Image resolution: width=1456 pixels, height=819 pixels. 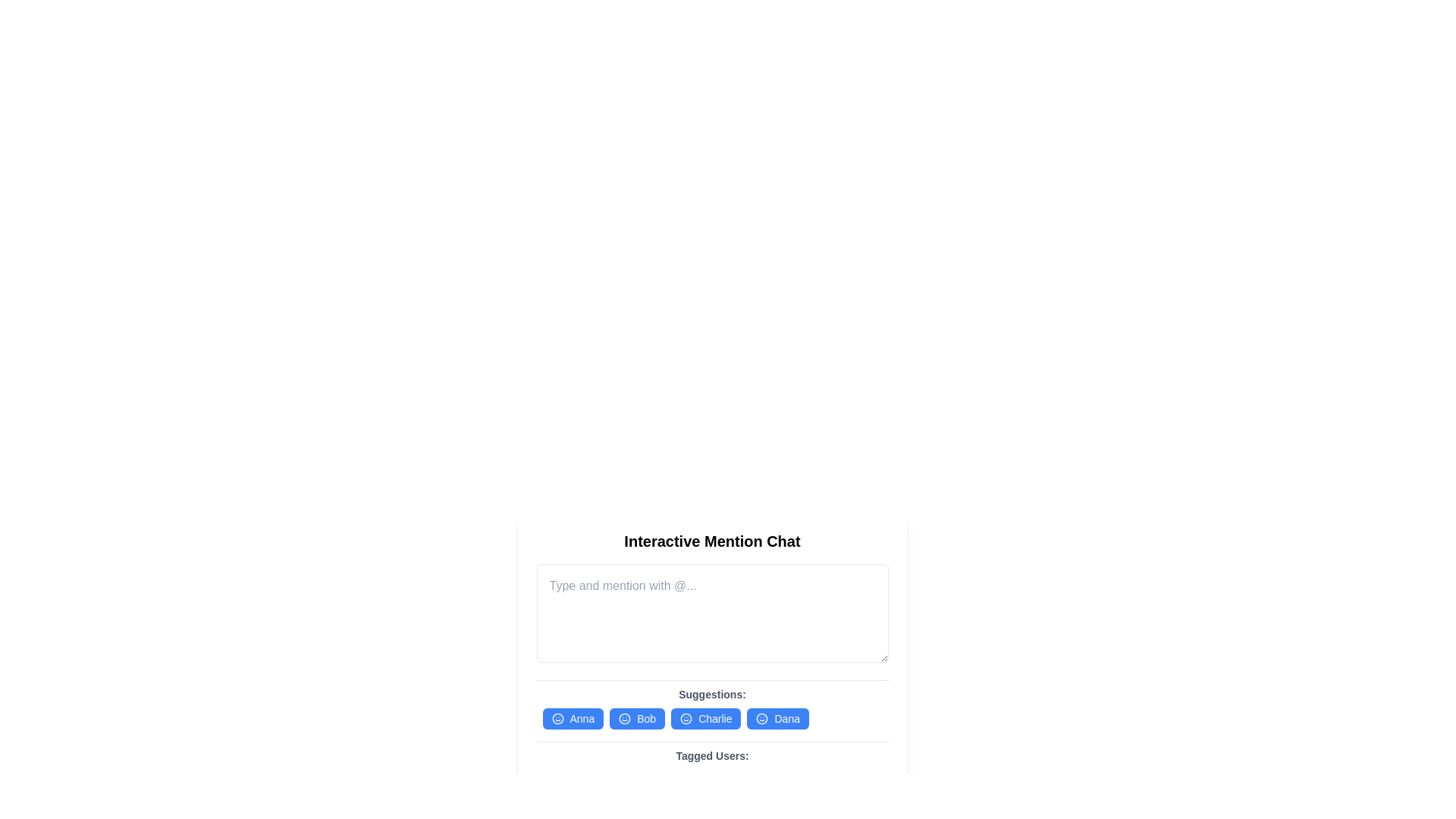 What do you see at coordinates (711, 718) in the screenshot?
I see `the user suggestion button labeled 'Charlie'` at bounding box center [711, 718].